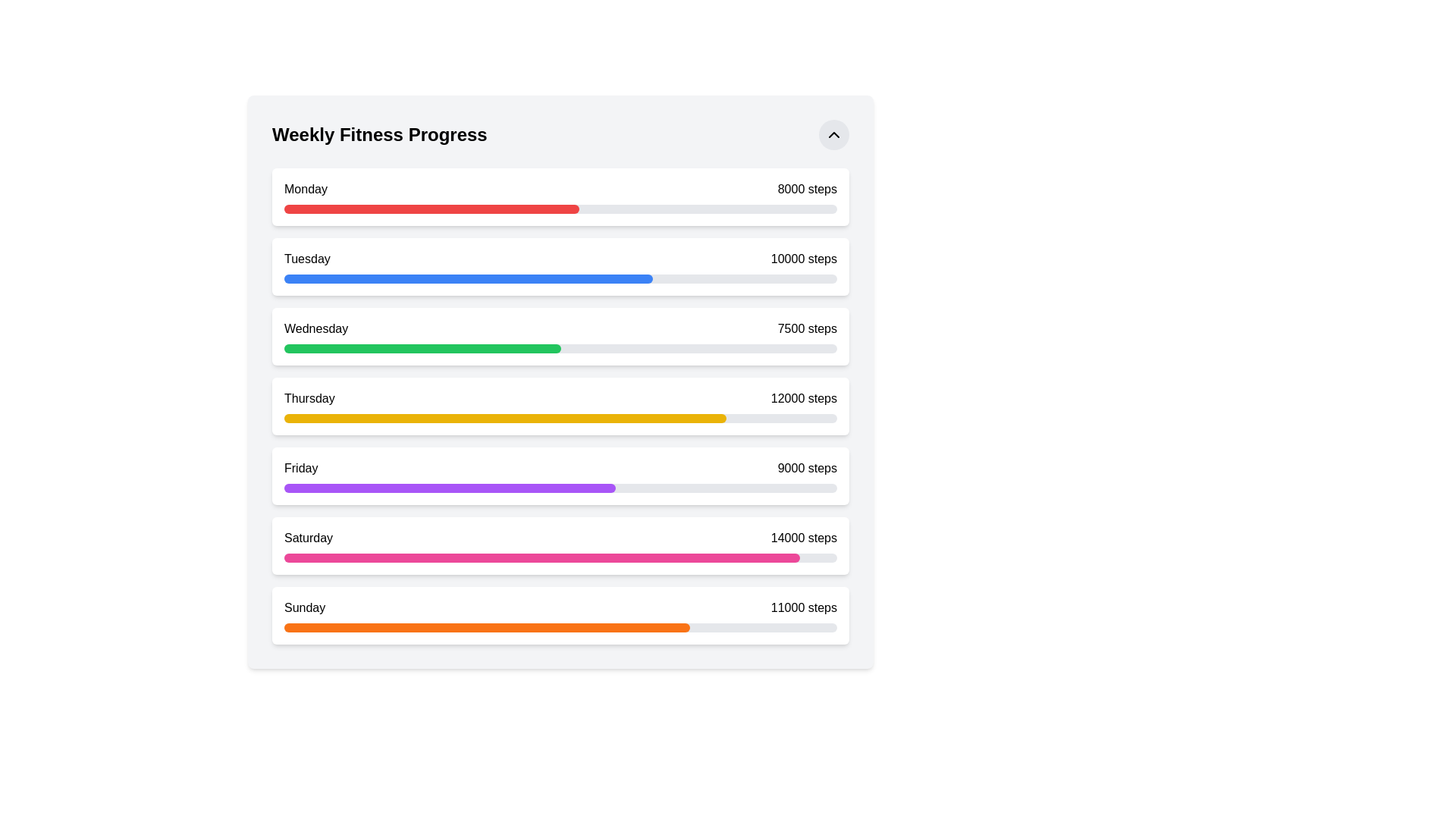 This screenshot has width=1456, height=819. Describe the element at coordinates (560, 406) in the screenshot. I see `the visual data display card for 'Thursday' in the Weekly Fitness Progress section, which shows '12000 steps' and a progress bar` at that location.